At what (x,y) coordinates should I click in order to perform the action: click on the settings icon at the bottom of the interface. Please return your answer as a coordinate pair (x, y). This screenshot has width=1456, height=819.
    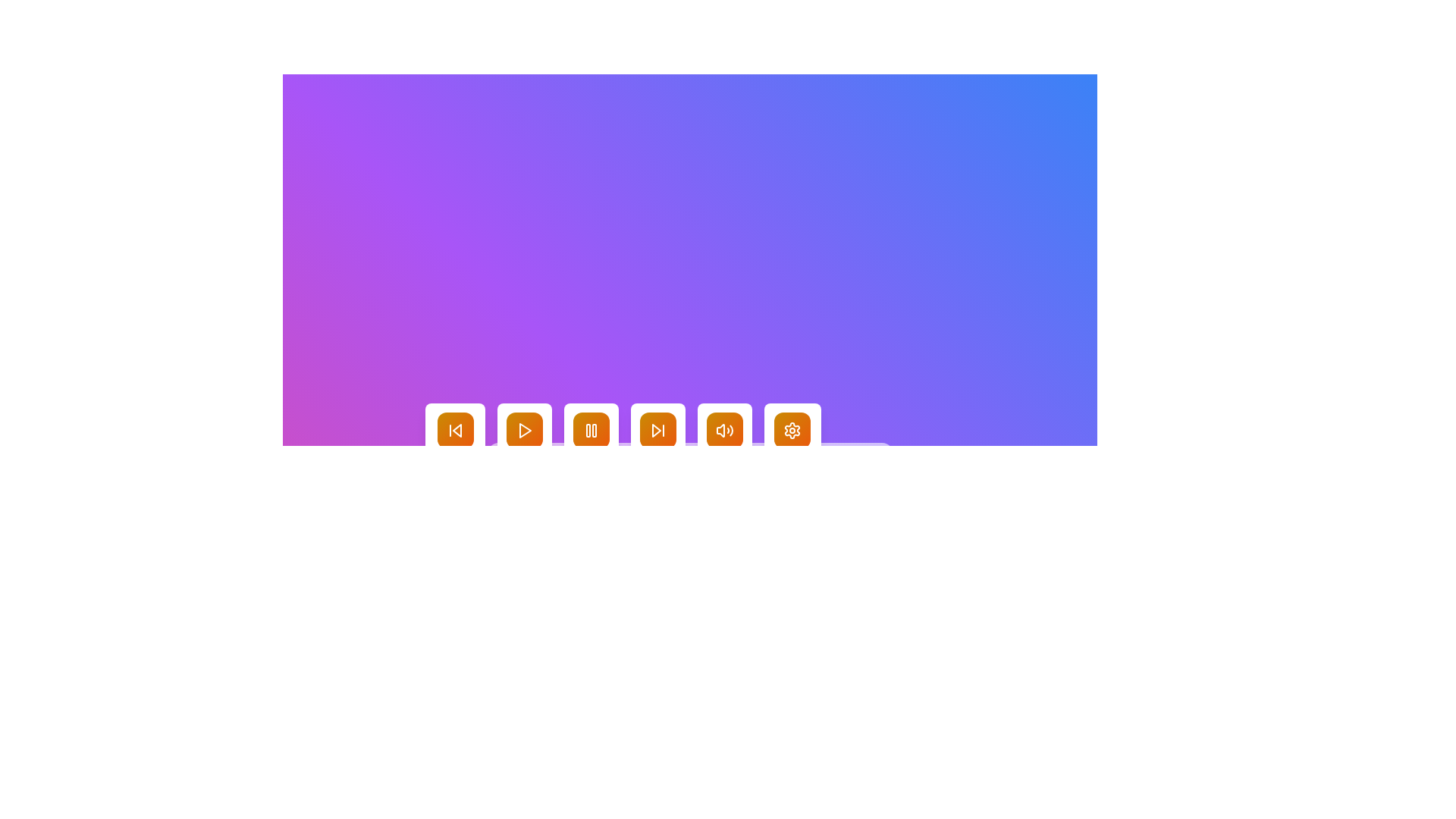
    Looking at the image, I should click on (792, 430).